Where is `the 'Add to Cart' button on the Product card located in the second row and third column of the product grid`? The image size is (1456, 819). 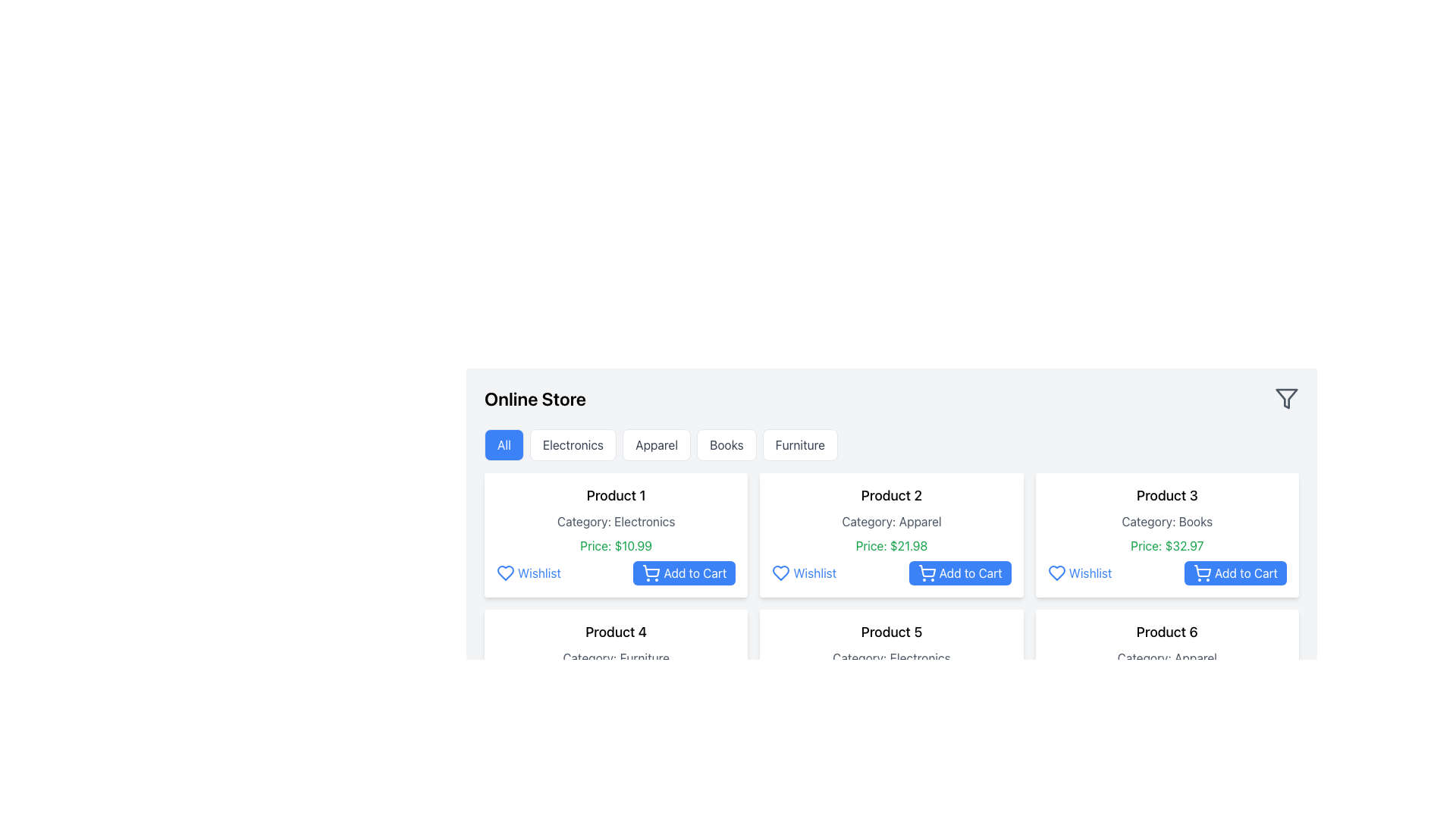 the 'Add to Cart' button on the Product card located in the second row and third column of the product grid is located at coordinates (1166, 671).